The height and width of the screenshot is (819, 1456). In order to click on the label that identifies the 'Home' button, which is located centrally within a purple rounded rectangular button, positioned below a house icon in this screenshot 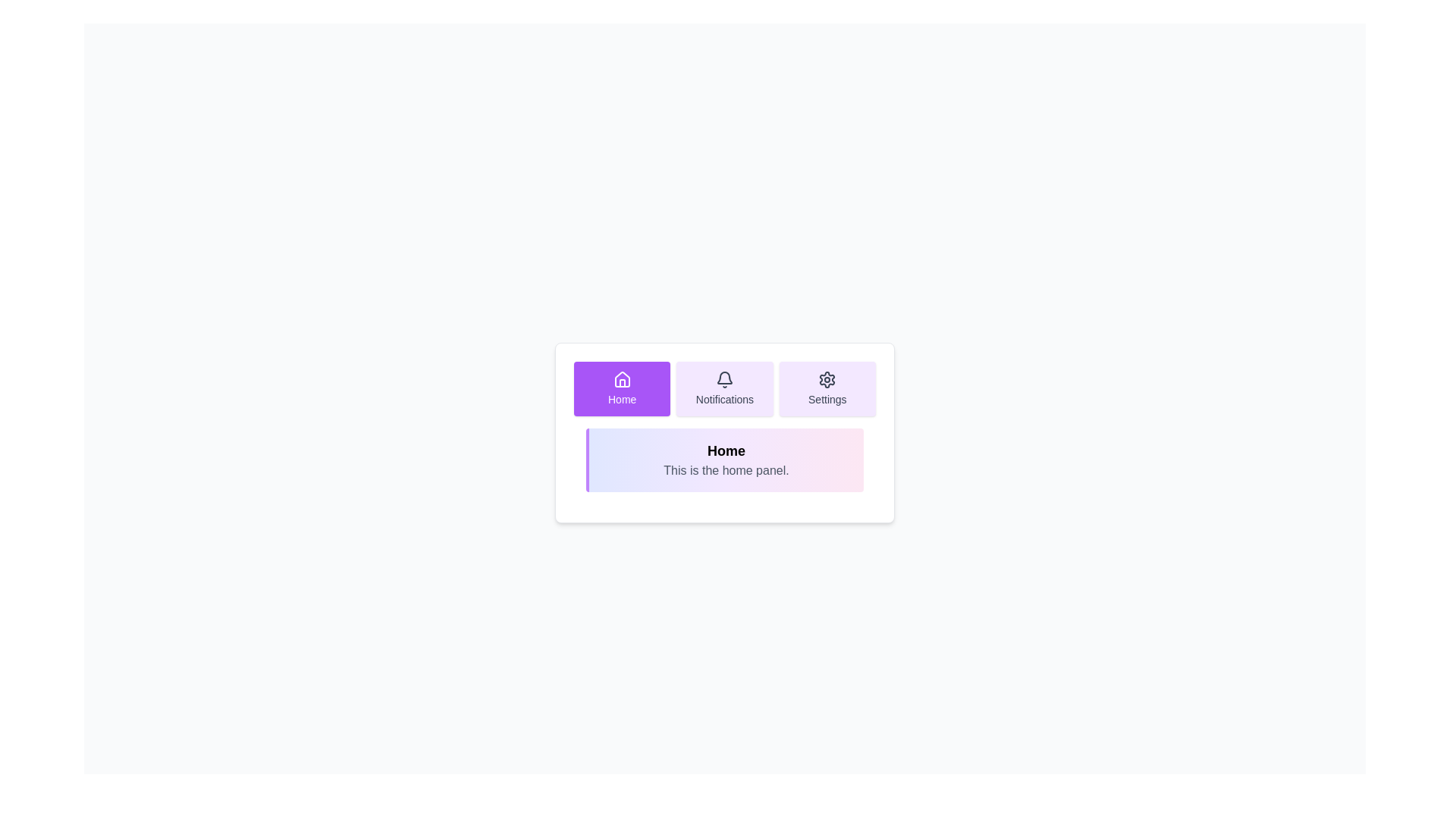, I will do `click(622, 399)`.